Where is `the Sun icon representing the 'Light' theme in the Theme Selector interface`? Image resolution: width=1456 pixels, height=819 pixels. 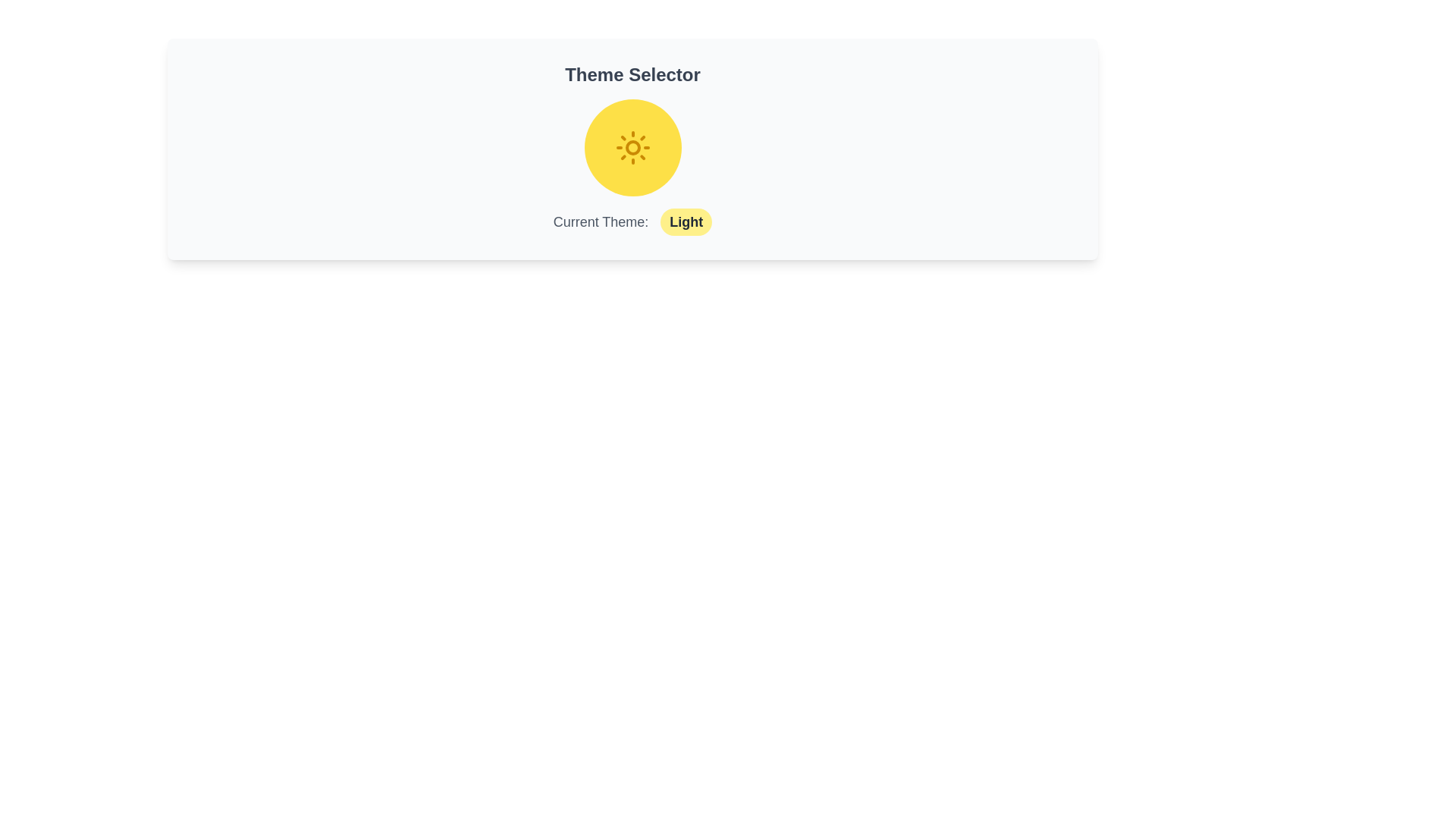 the Sun icon representing the 'Light' theme in the Theme Selector interface is located at coordinates (632, 148).